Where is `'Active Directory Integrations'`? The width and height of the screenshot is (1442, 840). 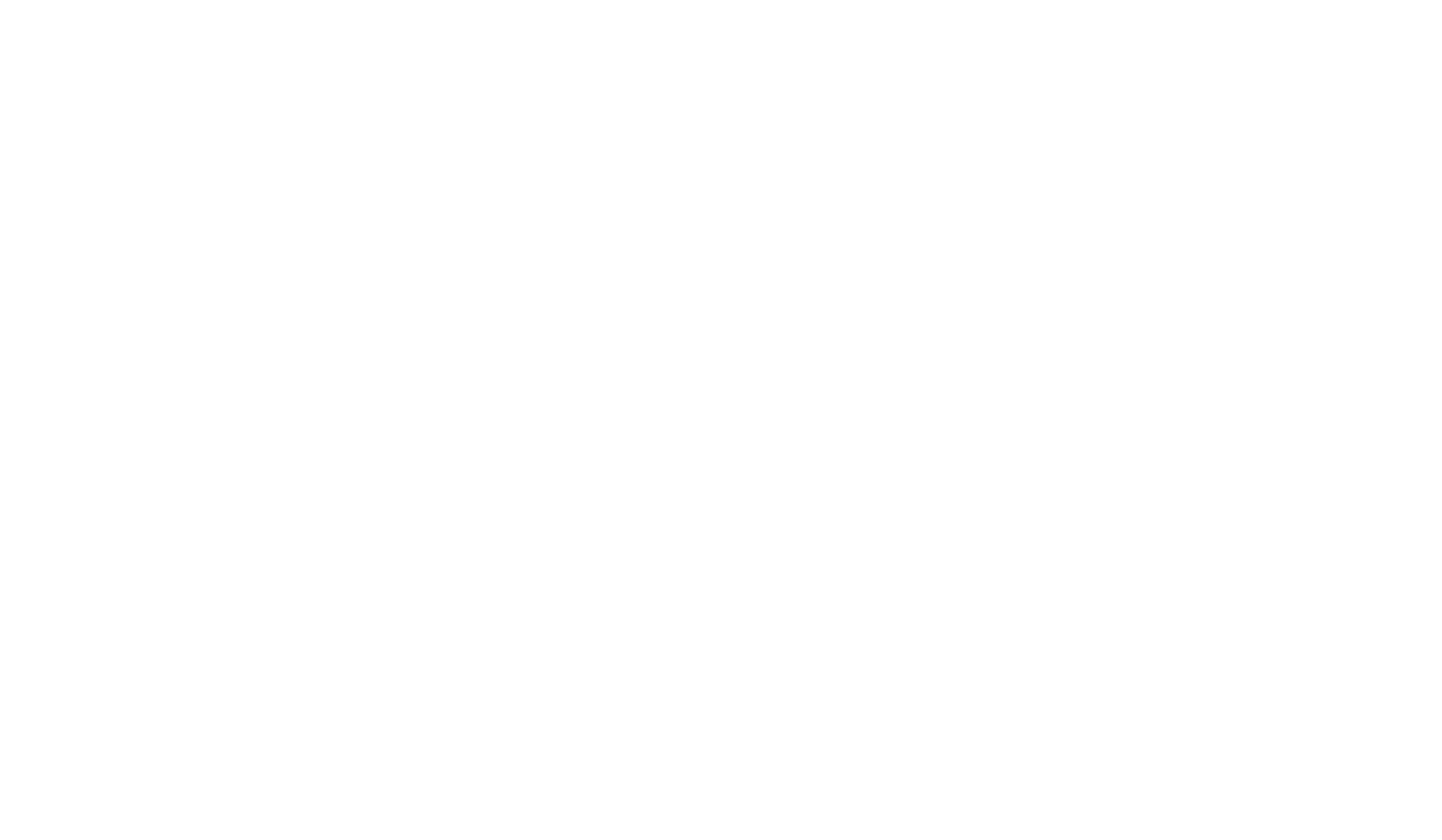 'Active Directory Integrations' is located at coordinates (636, 658).